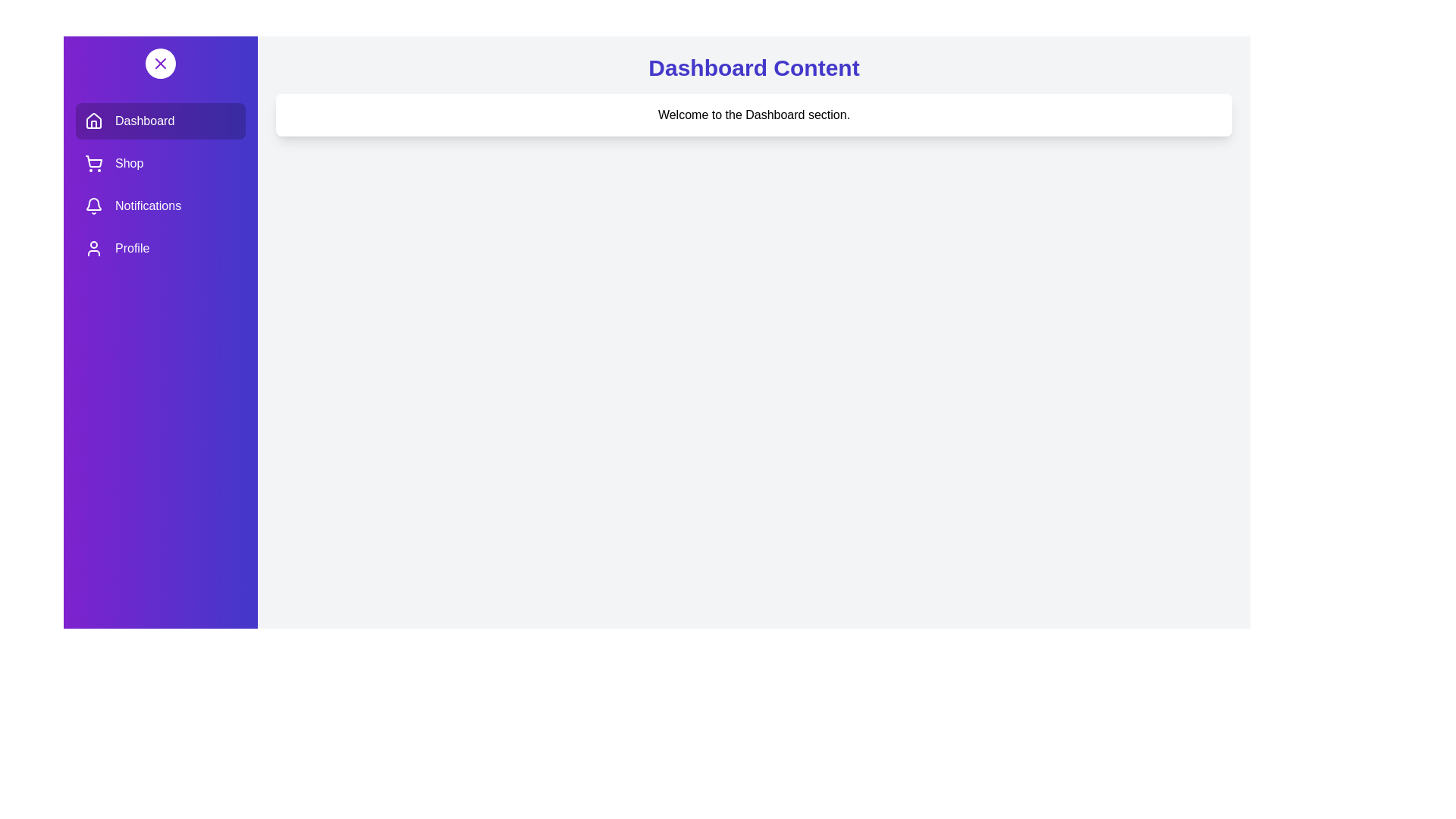  What do you see at coordinates (160, 206) in the screenshot?
I see `the Notifications section in the drawer to activate it` at bounding box center [160, 206].